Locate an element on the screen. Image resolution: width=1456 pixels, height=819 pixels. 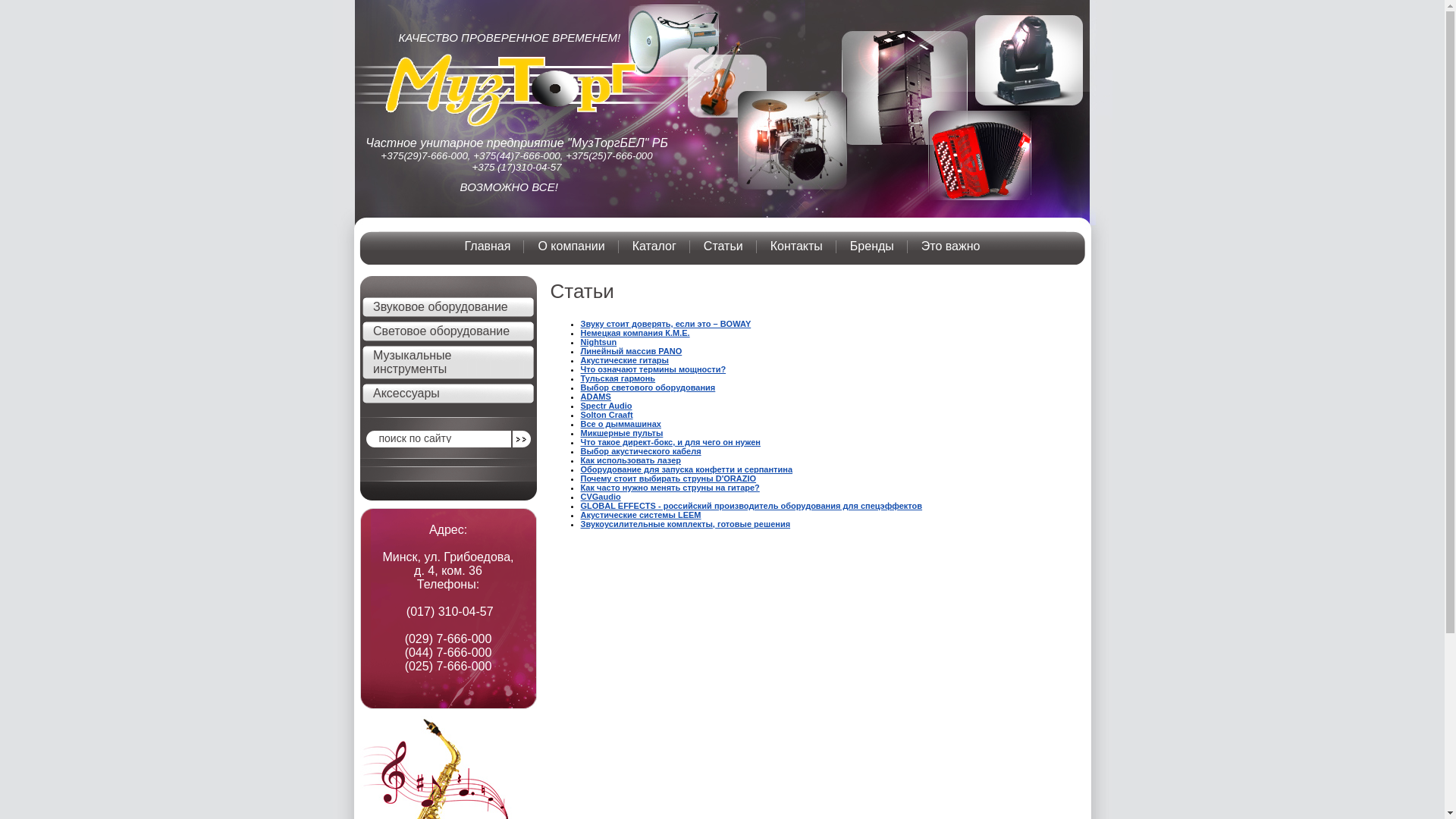
'ADAMS' is located at coordinates (595, 396).